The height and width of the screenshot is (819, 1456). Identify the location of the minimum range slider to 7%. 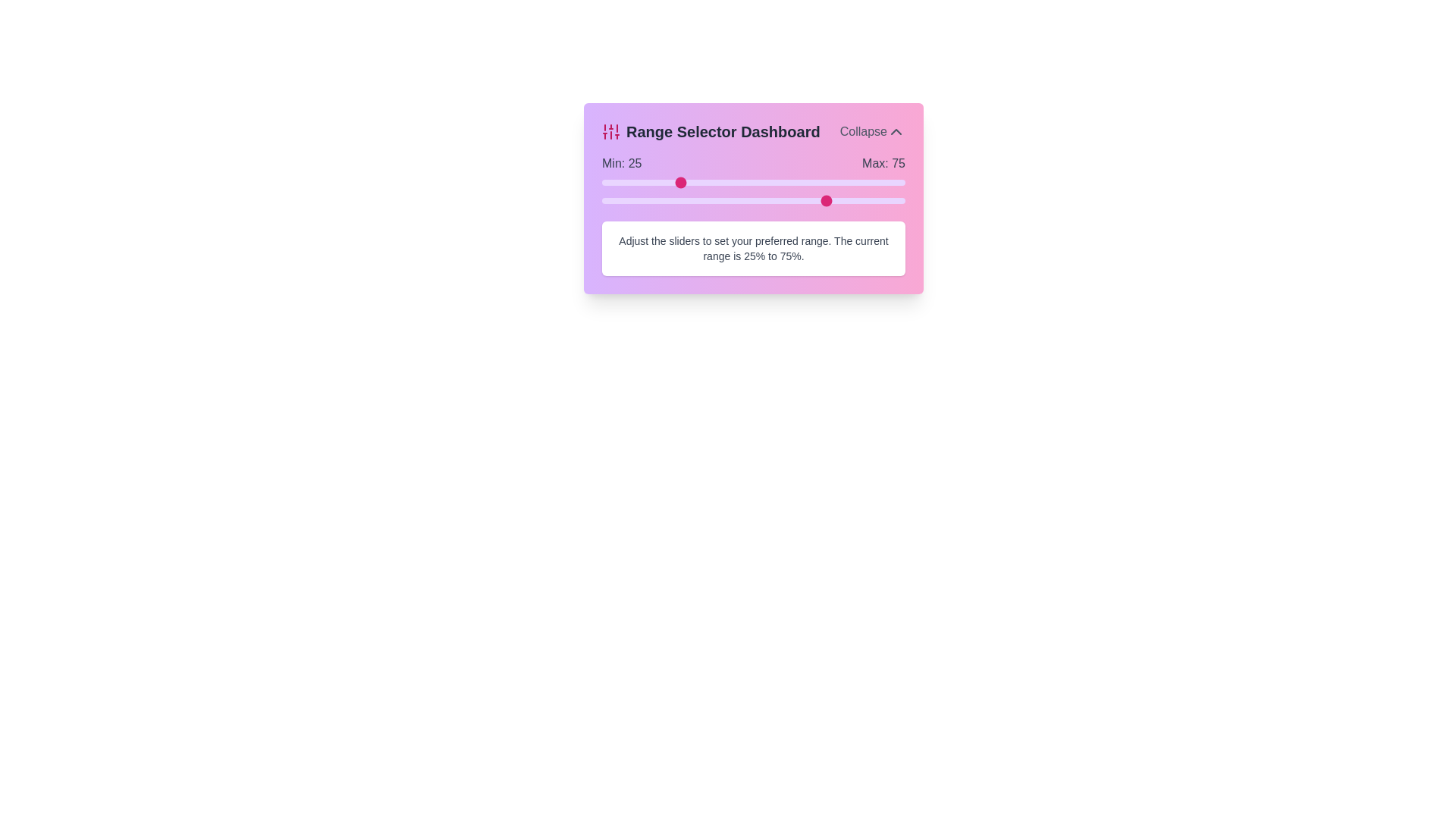
(623, 181).